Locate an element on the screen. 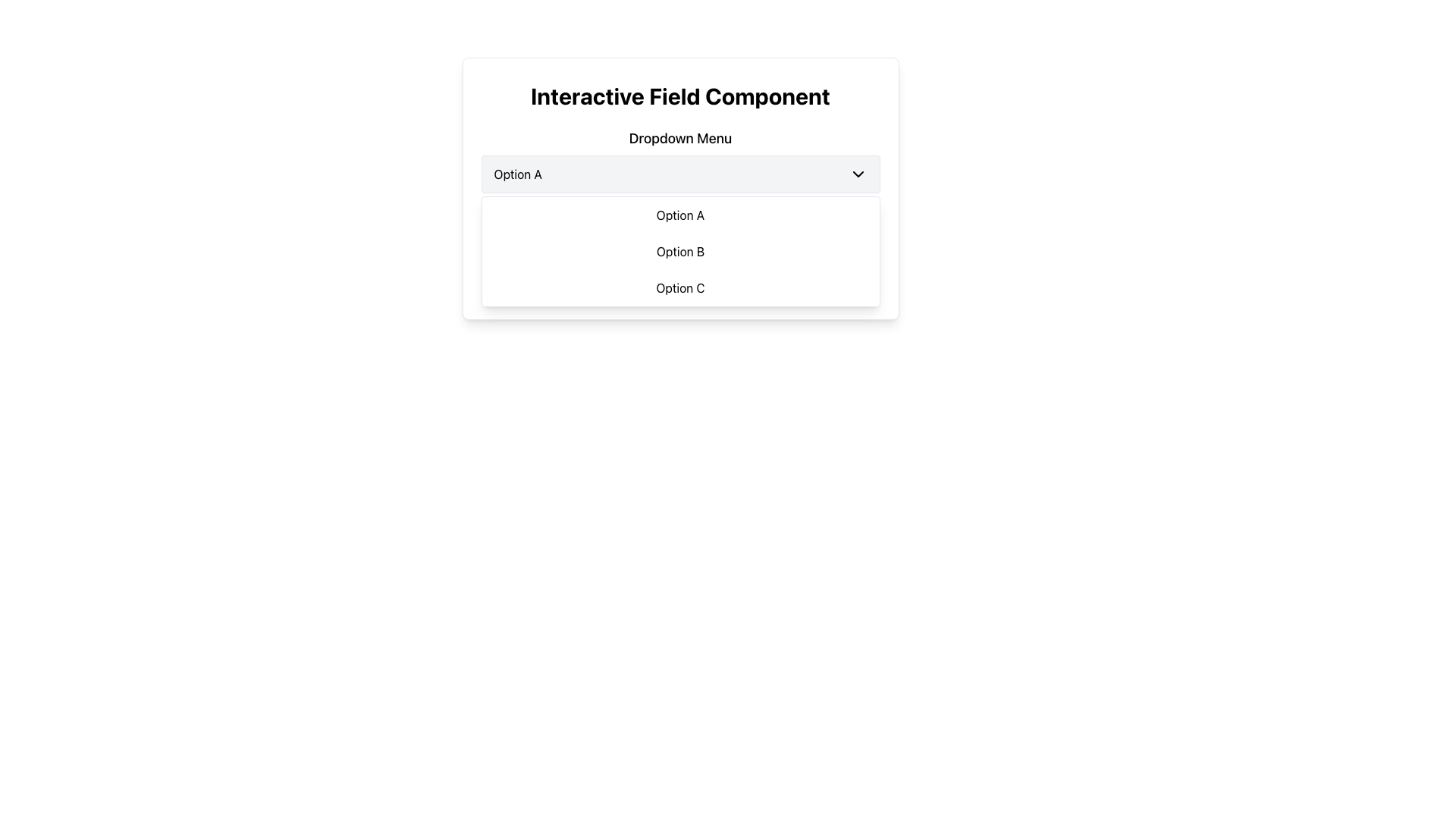  the button is located at coordinates (679, 288).